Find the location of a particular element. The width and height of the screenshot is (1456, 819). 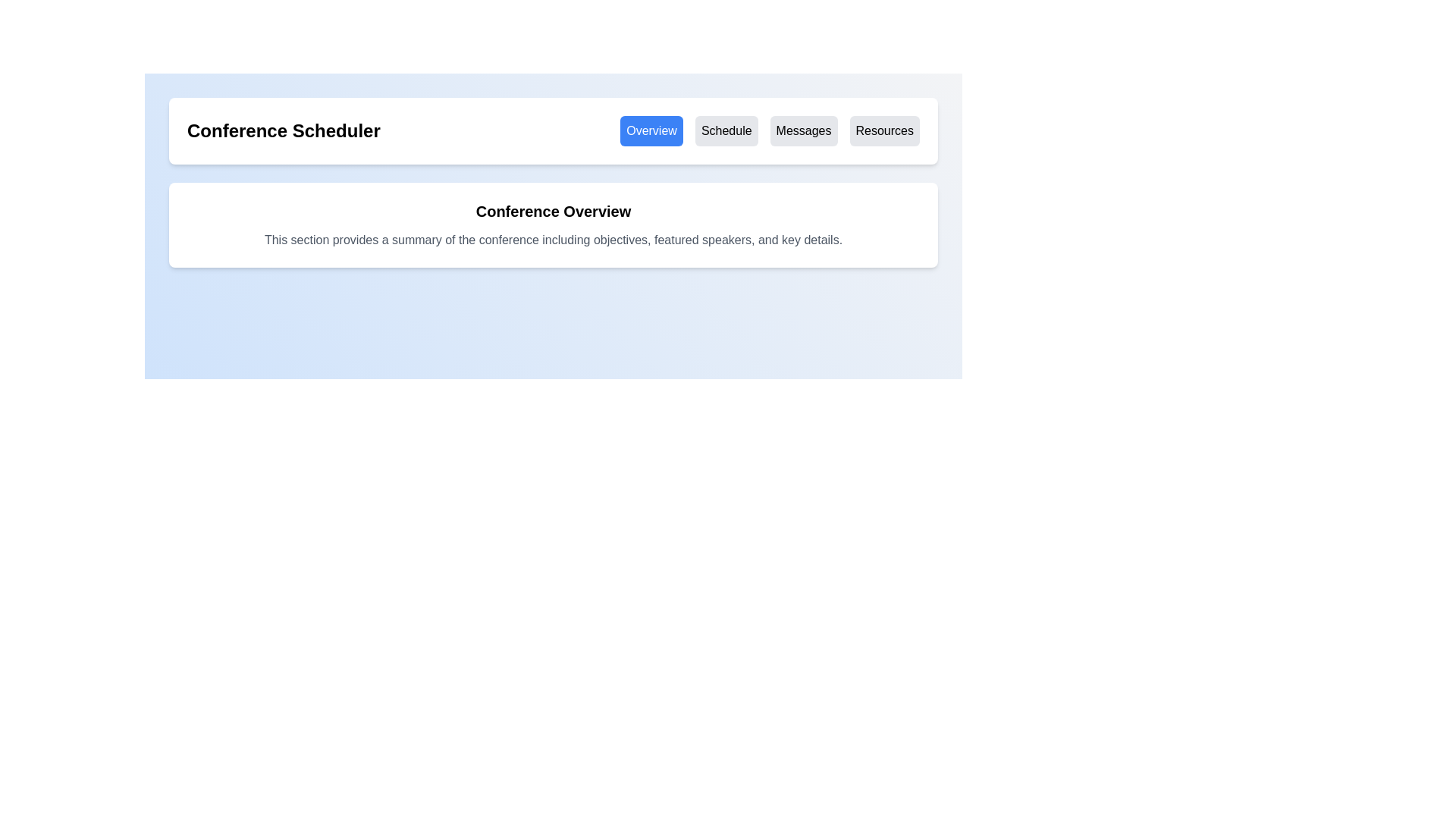

the leftmost button in the horizontal set of four buttons located below the title bar is located at coordinates (651, 130).